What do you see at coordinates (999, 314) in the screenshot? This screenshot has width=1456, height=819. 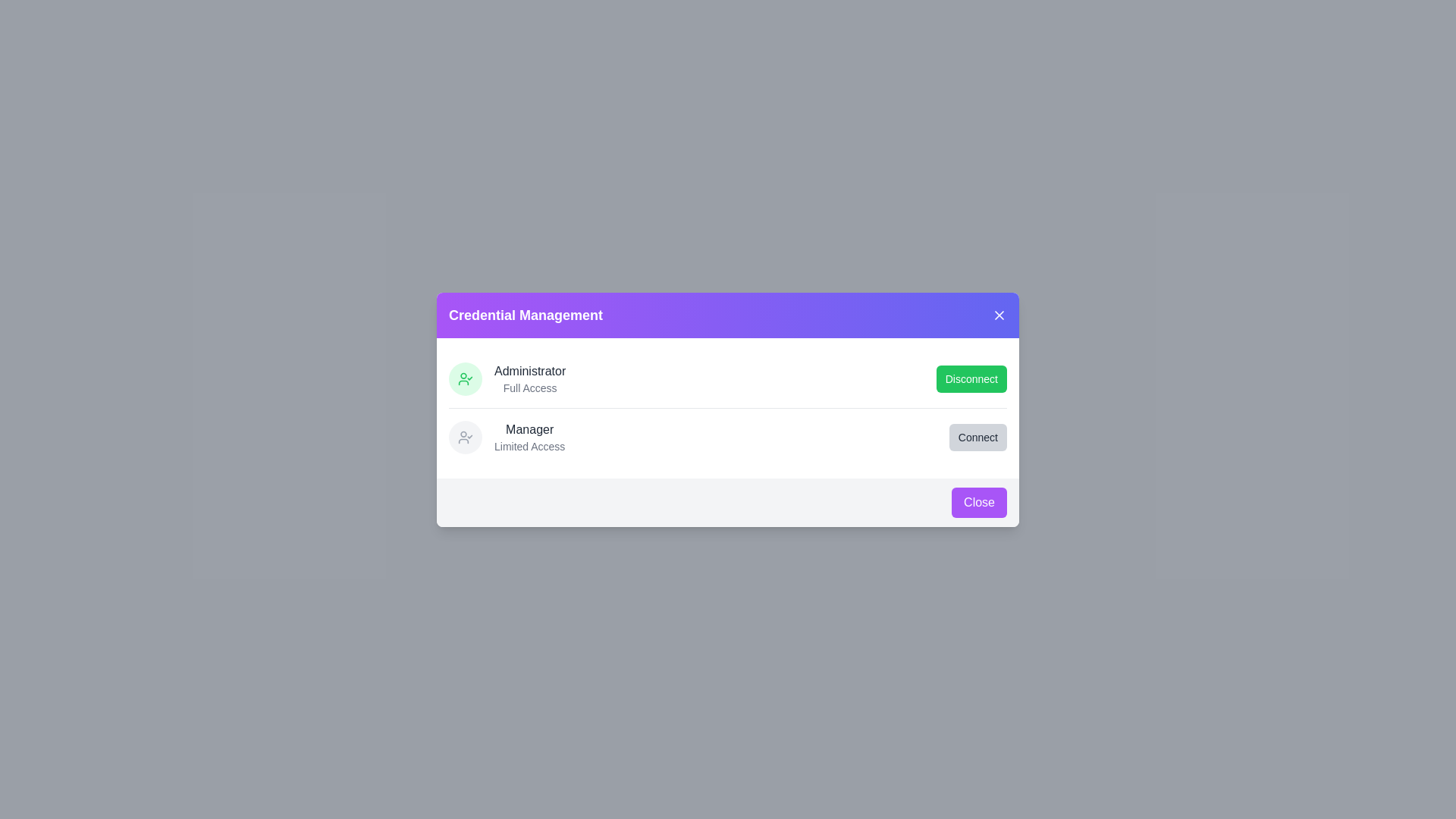 I see `the close button in the top-right corner of the 'Credential Management' interface` at bounding box center [999, 314].